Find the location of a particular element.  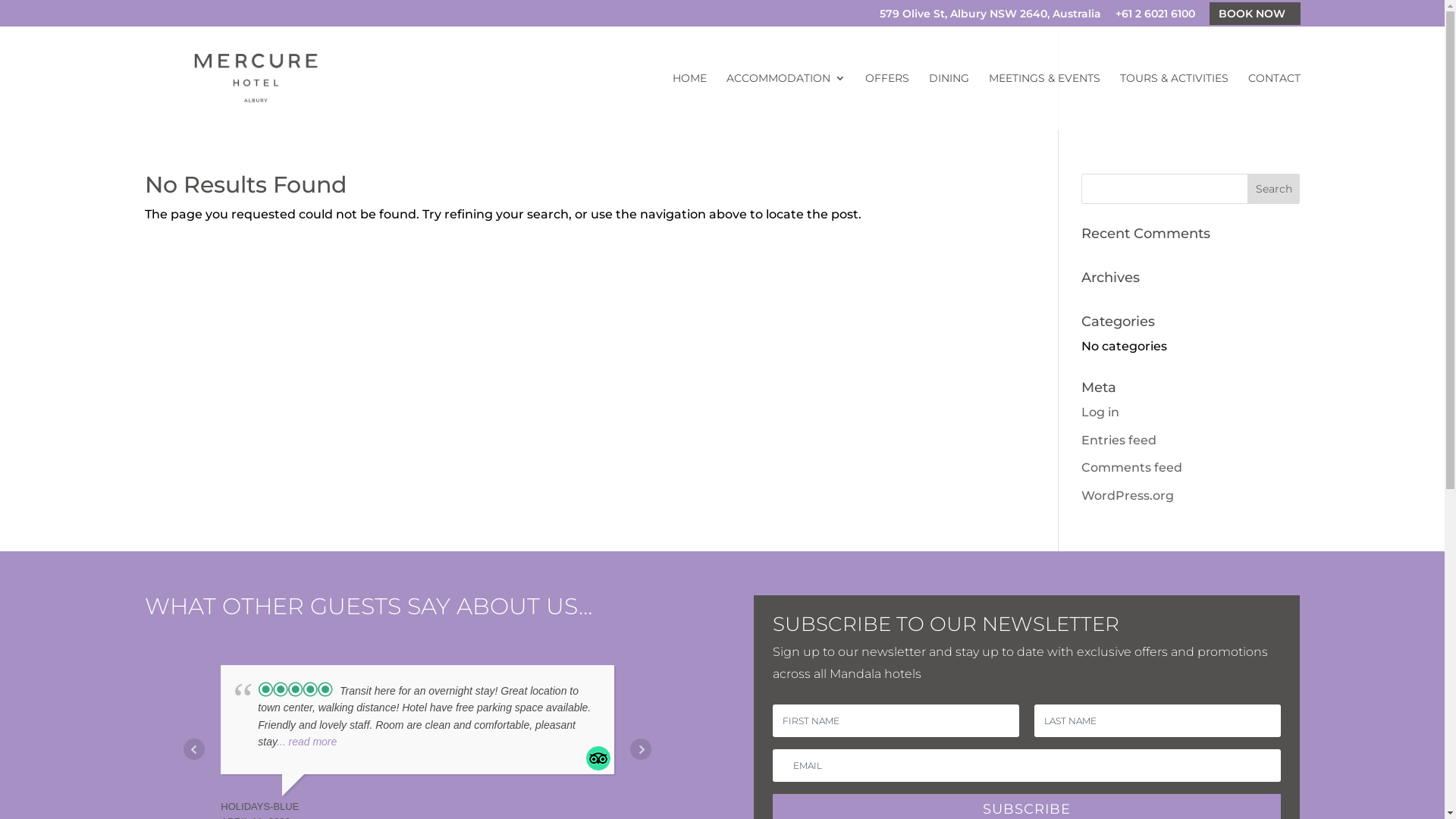

'Entries feed' is located at coordinates (1119, 440).